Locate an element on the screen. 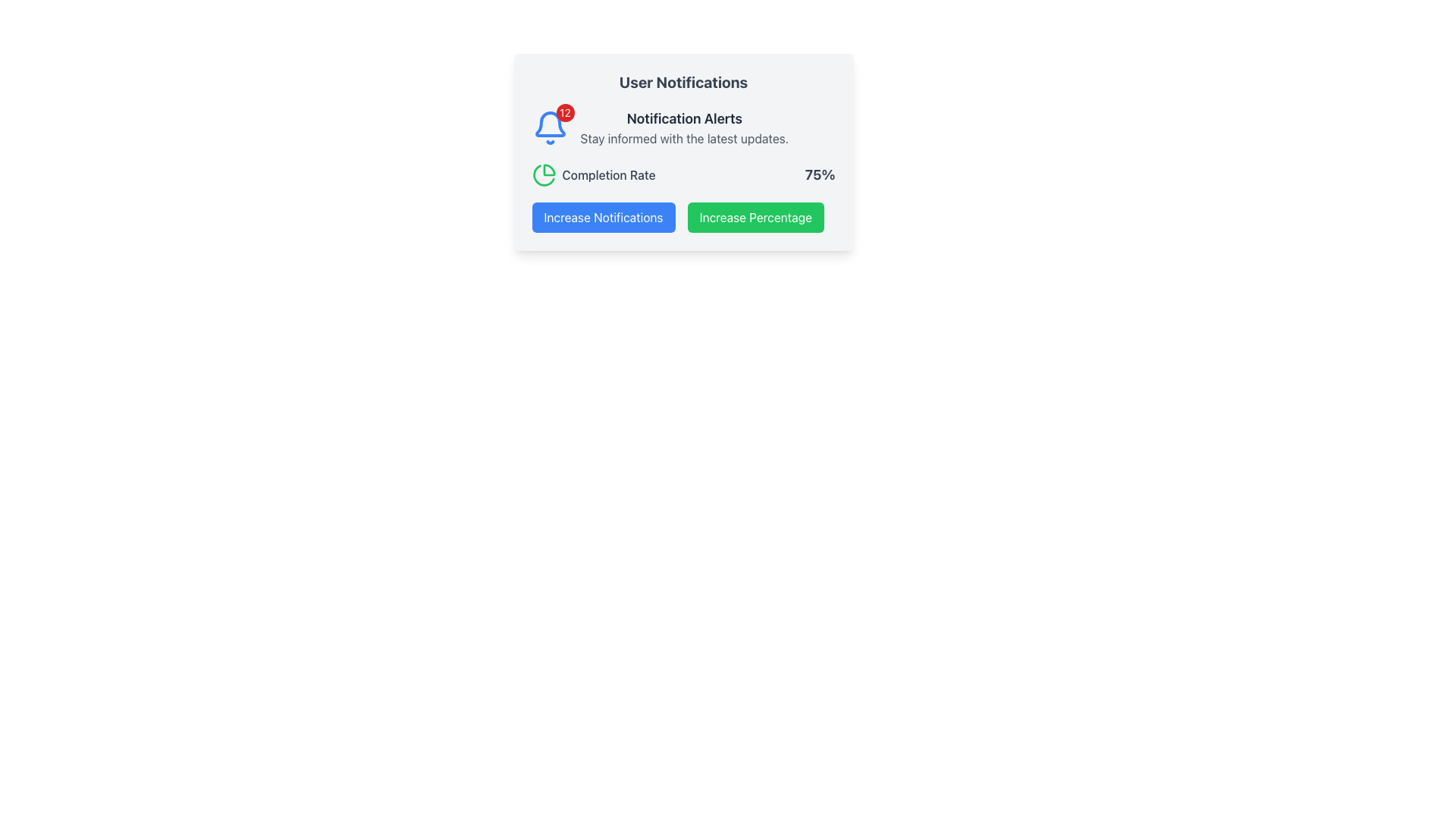 The height and width of the screenshot is (819, 1456). the red circular Notification Badge displaying the number '12' is located at coordinates (564, 112).